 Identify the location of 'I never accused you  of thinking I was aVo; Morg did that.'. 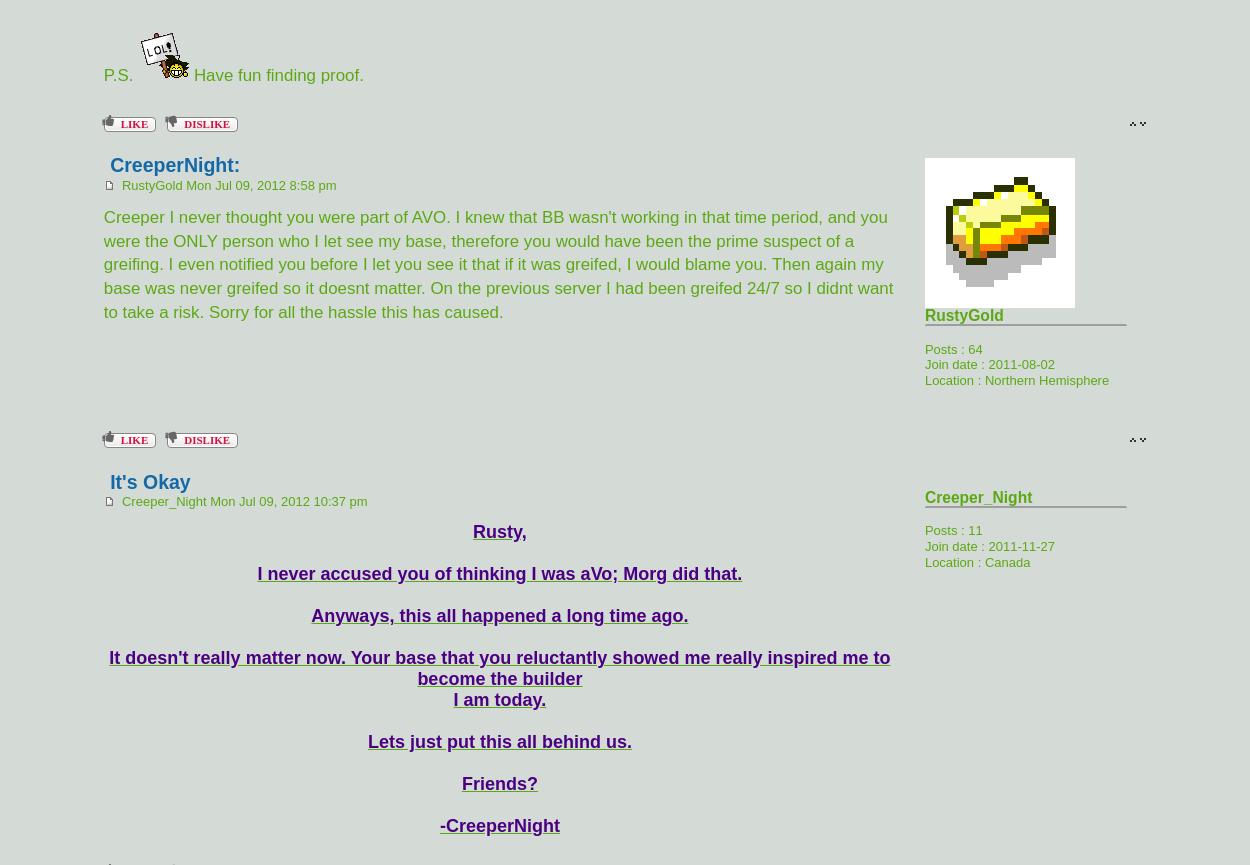
(498, 573).